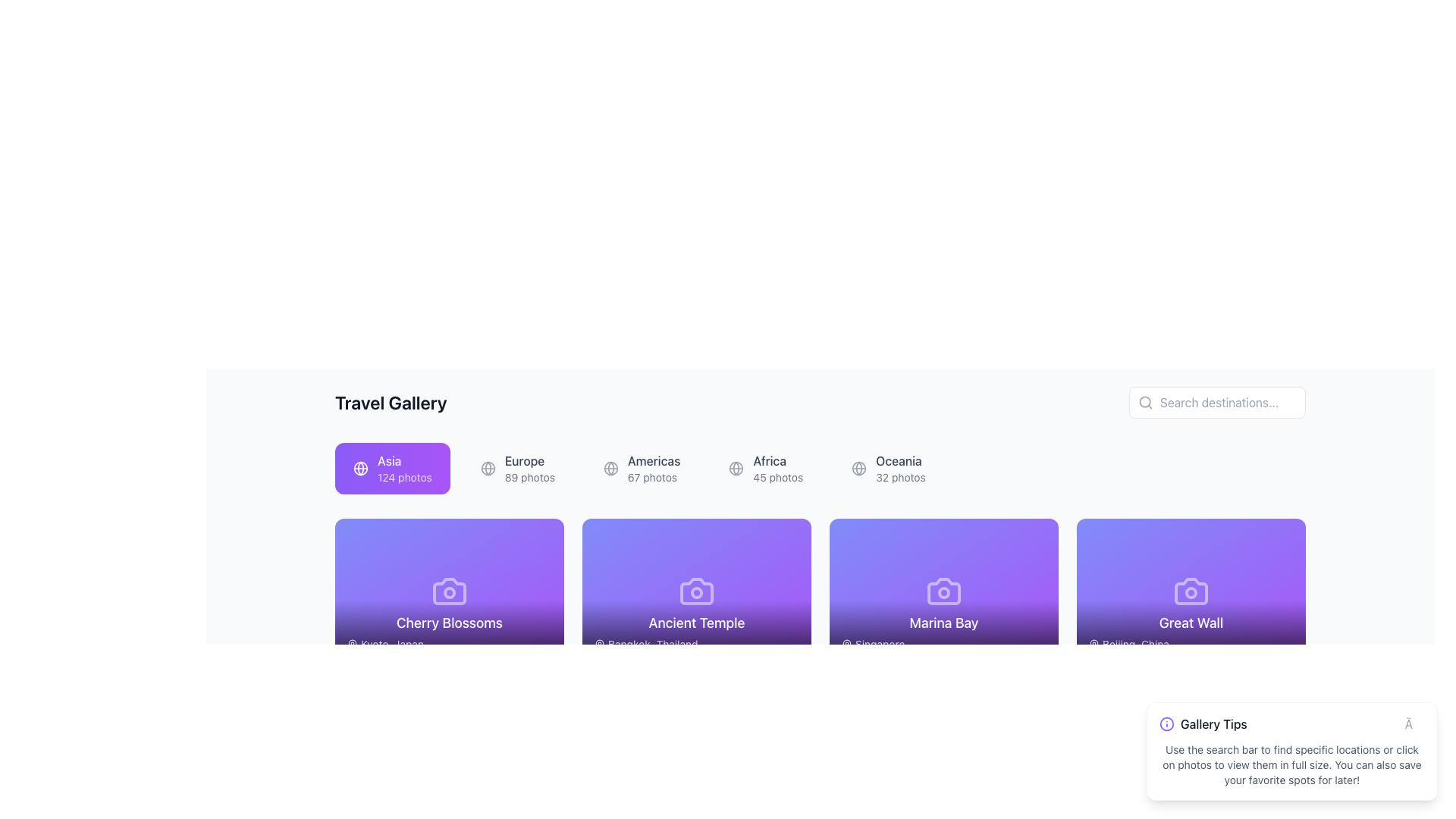  I want to click on the camera icon with a circular lens outlined in white, located in the third photo card of the Travel Gallery under the 'Marina Bay' label, so click(943, 590).